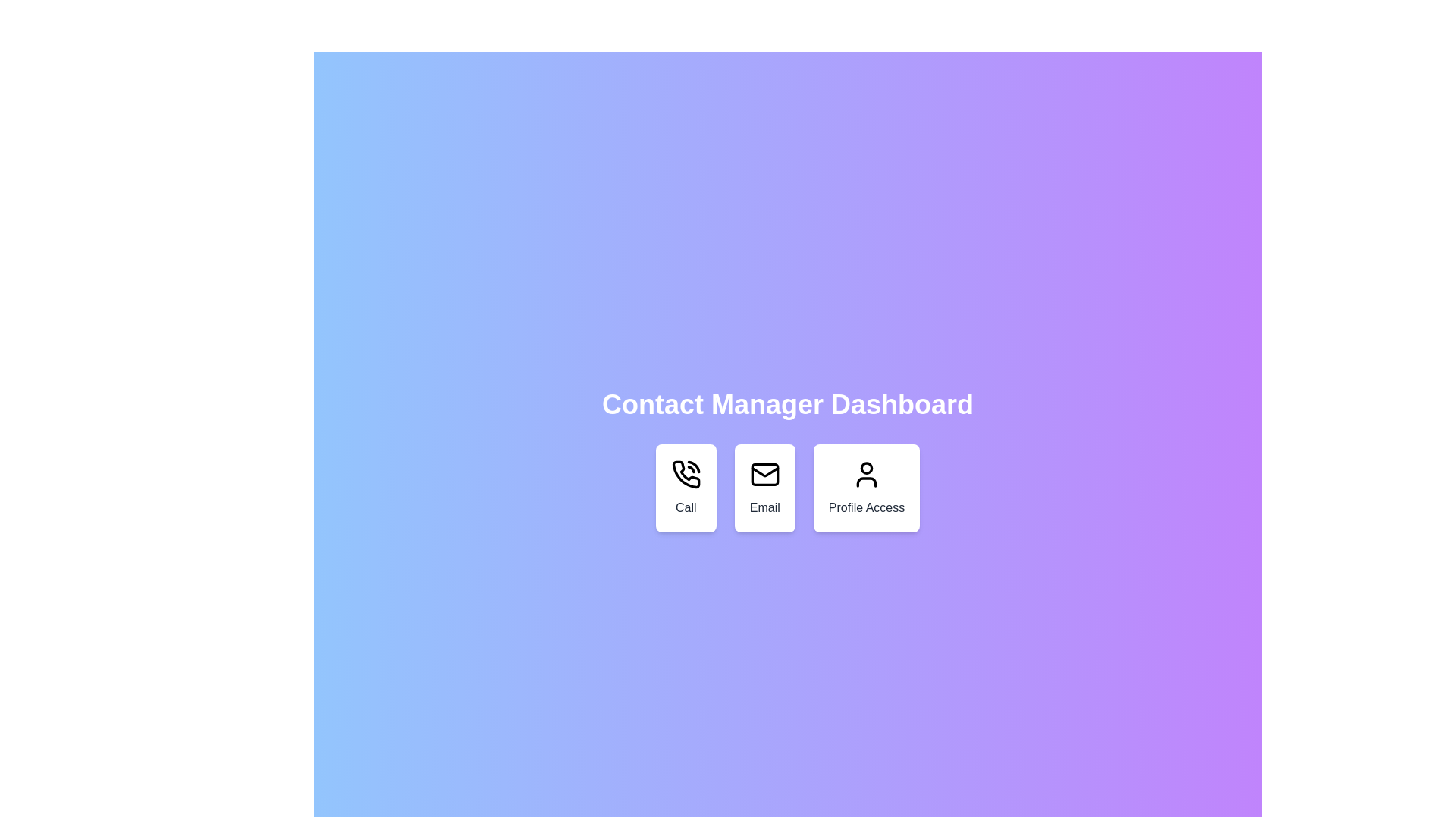 Image resolution: width=1456 pixels, height=819 pixels. What do you see at coordinates (685, 508) in the screenshot?
I see `the Text label located at the bottom-center of the card, which provides a label for initiating a call, situated below the phone icon` at bounding box center [685, 508].